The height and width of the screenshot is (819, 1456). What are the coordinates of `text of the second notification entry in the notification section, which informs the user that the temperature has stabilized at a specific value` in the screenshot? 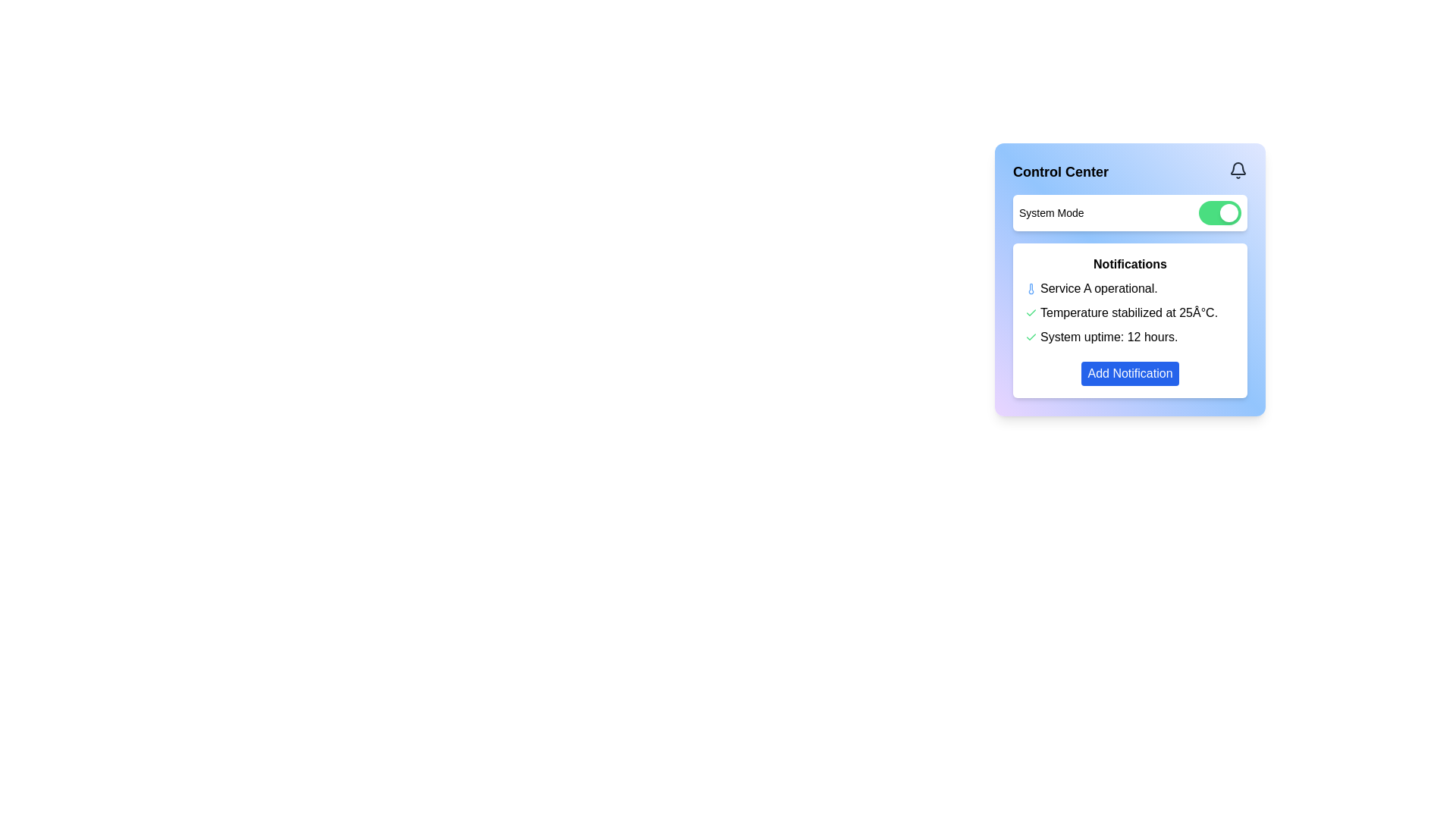 It's located at (1130, 312).